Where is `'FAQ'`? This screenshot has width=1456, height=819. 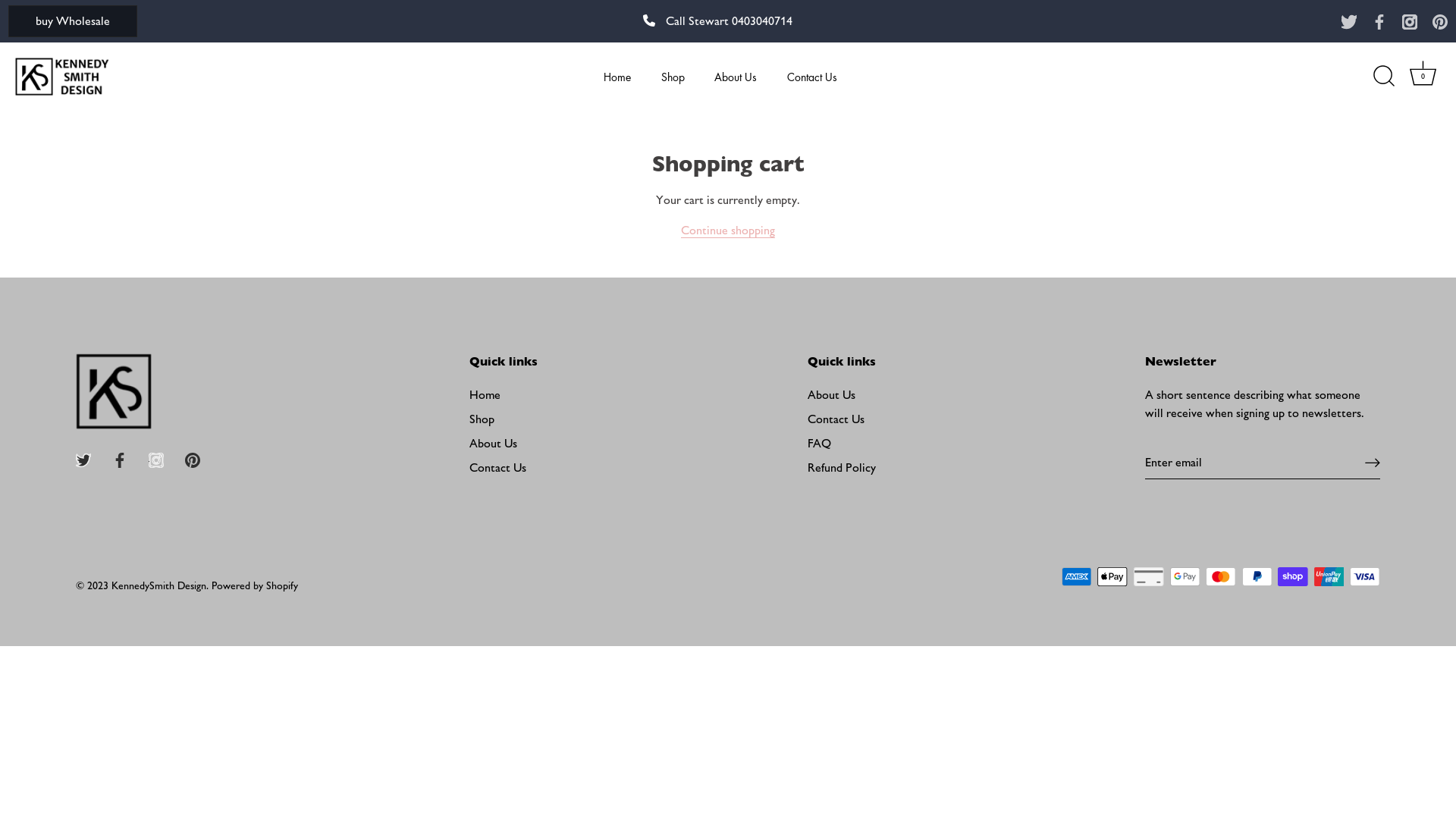 'FAQ' is located at coordinates (818, 443).